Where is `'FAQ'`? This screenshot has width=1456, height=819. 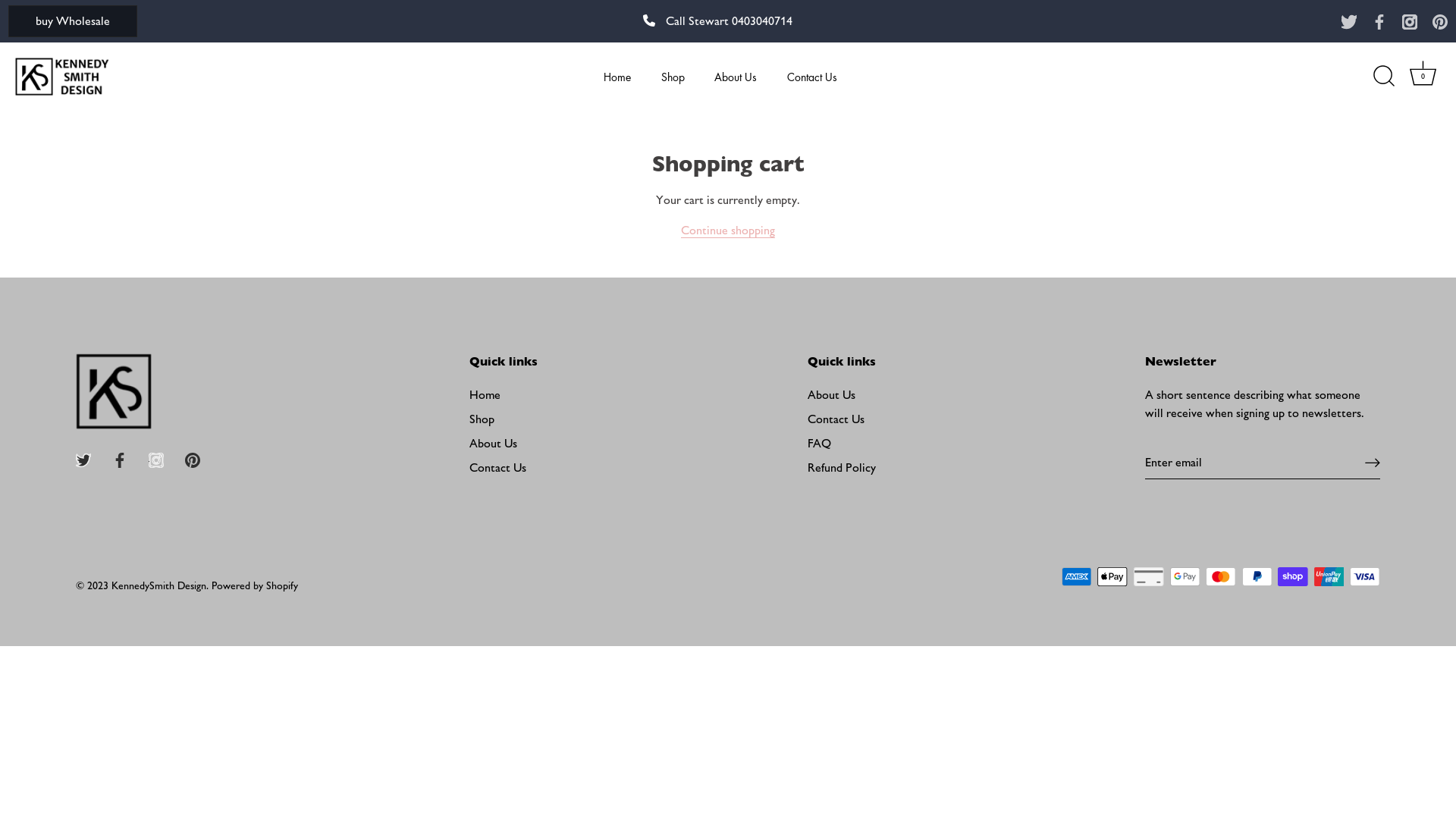 'FAQ' is located at coordinates (818, 443).